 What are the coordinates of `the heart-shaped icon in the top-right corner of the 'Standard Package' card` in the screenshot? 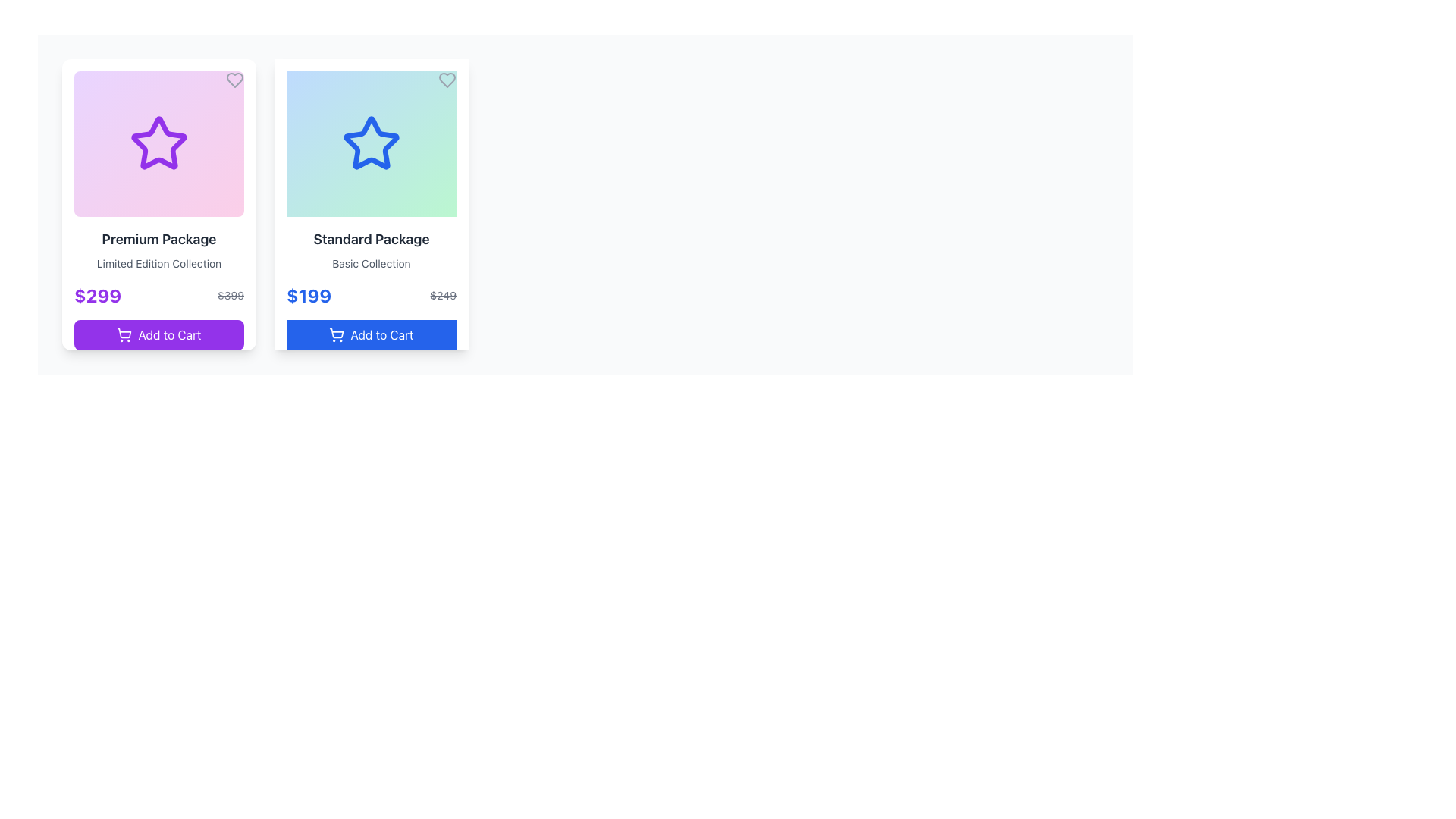 It's located at (447, 80).